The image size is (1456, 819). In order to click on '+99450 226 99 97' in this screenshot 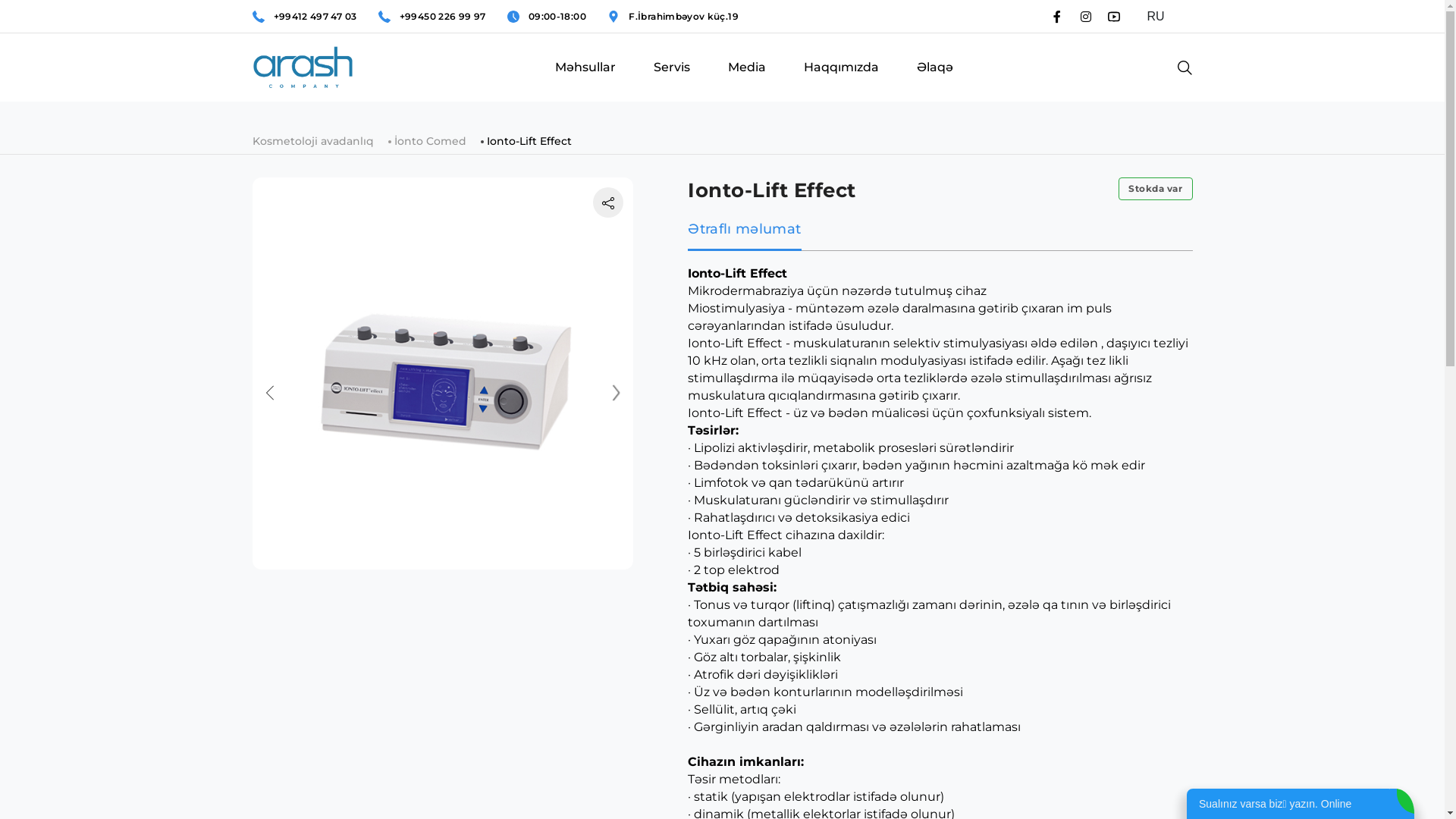, I will do `click(442, 17)`.